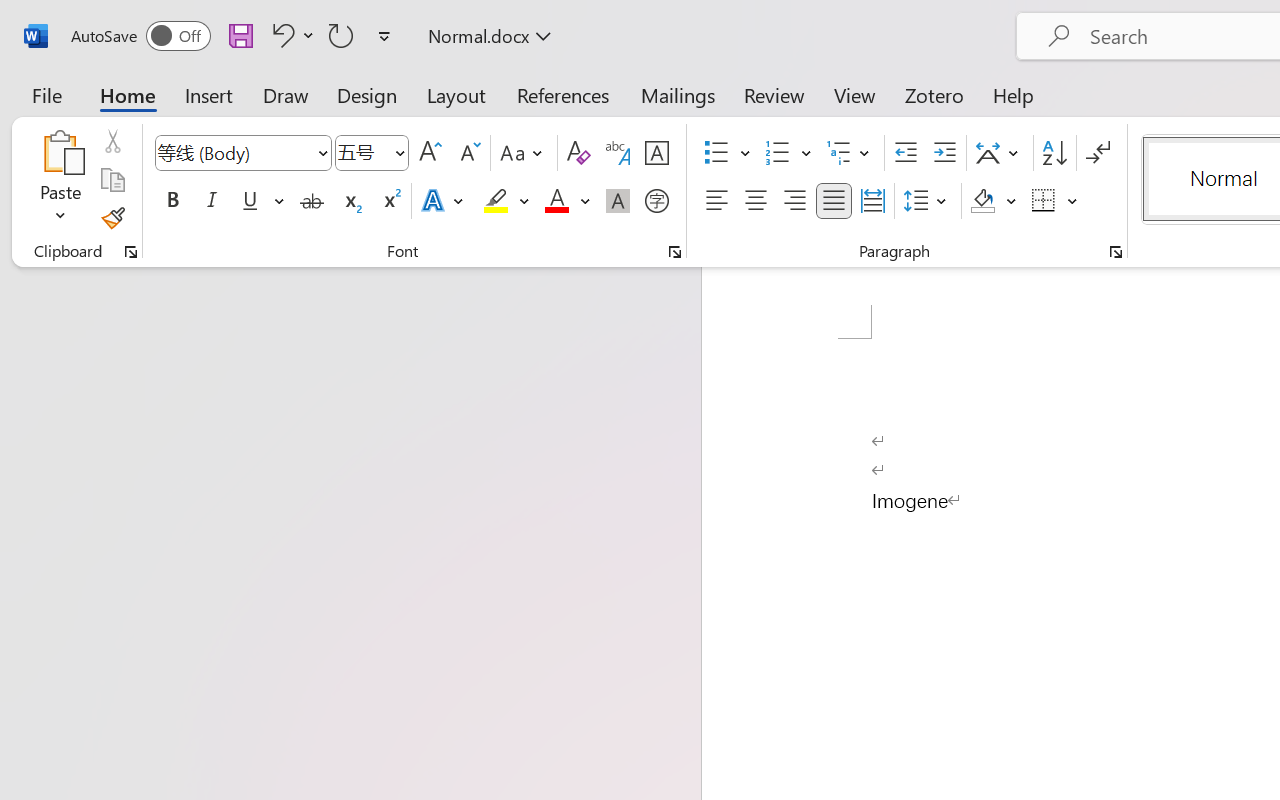 The image size is (1280, 800). Describe the element at coordinates (172, 201) in the screenshot. I see `'Bold'` at that location.